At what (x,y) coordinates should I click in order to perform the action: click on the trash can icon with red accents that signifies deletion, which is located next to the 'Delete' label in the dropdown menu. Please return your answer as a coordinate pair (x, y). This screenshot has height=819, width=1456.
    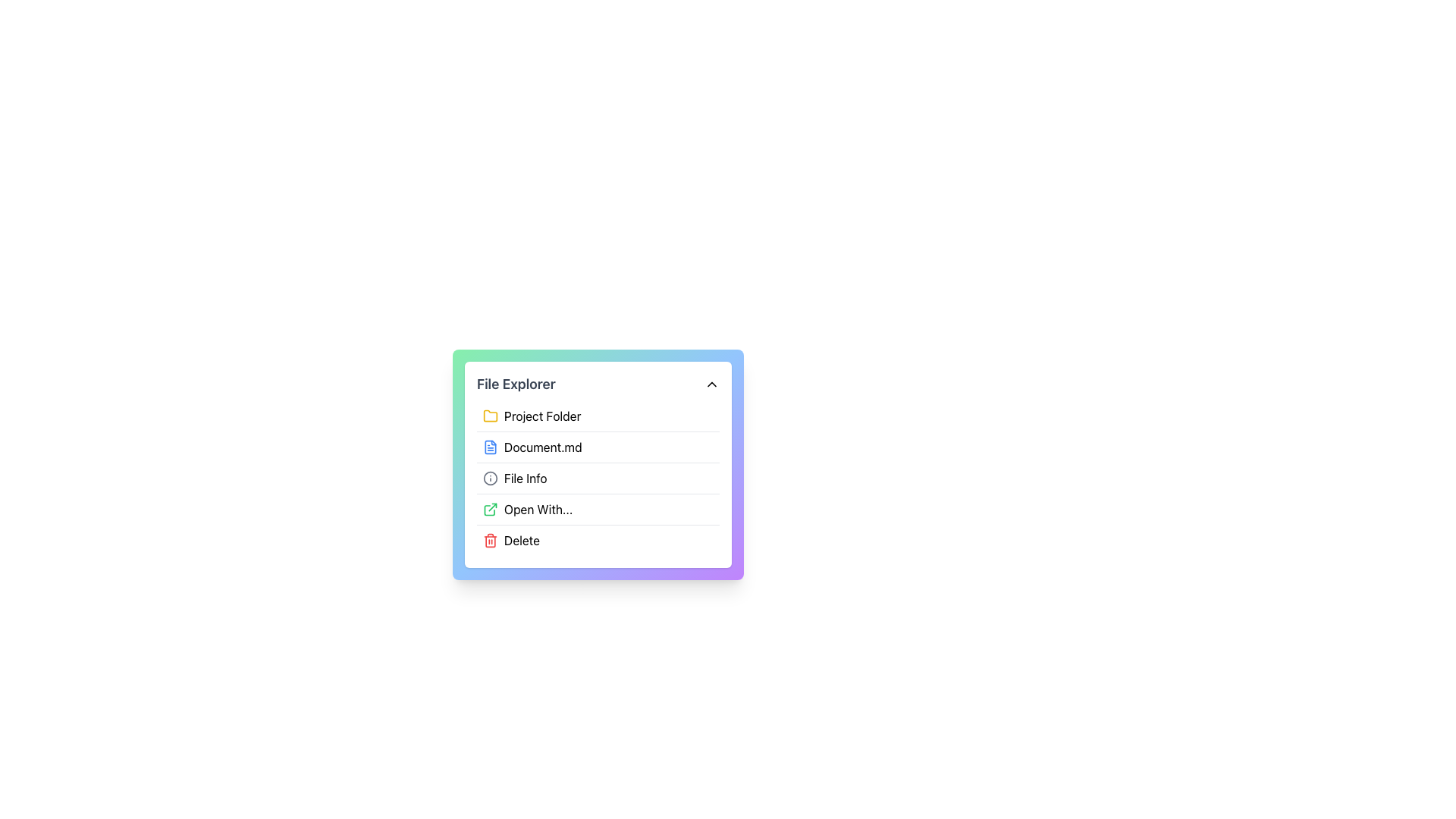
    Looking at the image, I should click on (491, 540).